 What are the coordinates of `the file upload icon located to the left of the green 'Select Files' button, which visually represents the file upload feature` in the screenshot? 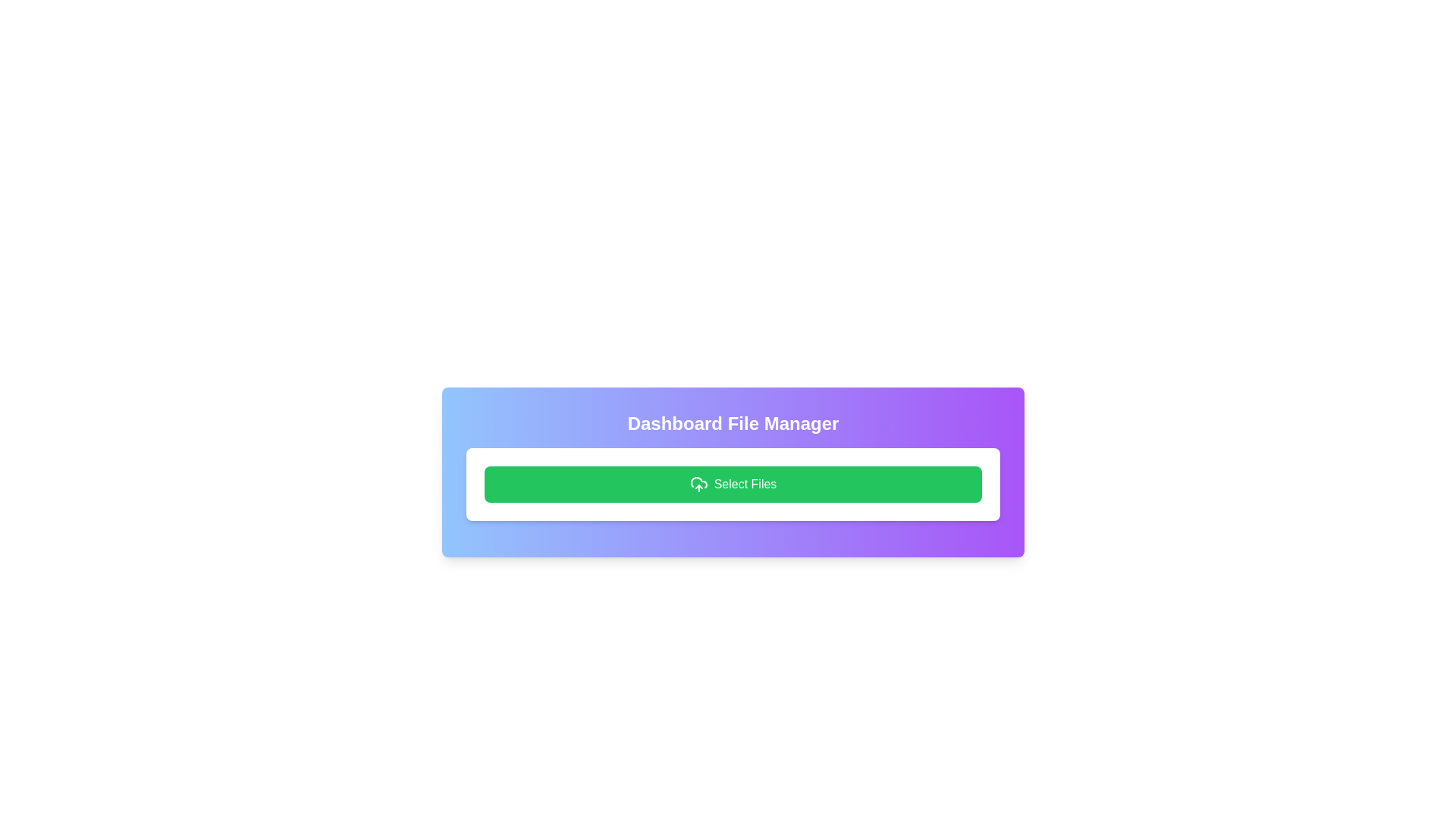 It's located at (698, 485).